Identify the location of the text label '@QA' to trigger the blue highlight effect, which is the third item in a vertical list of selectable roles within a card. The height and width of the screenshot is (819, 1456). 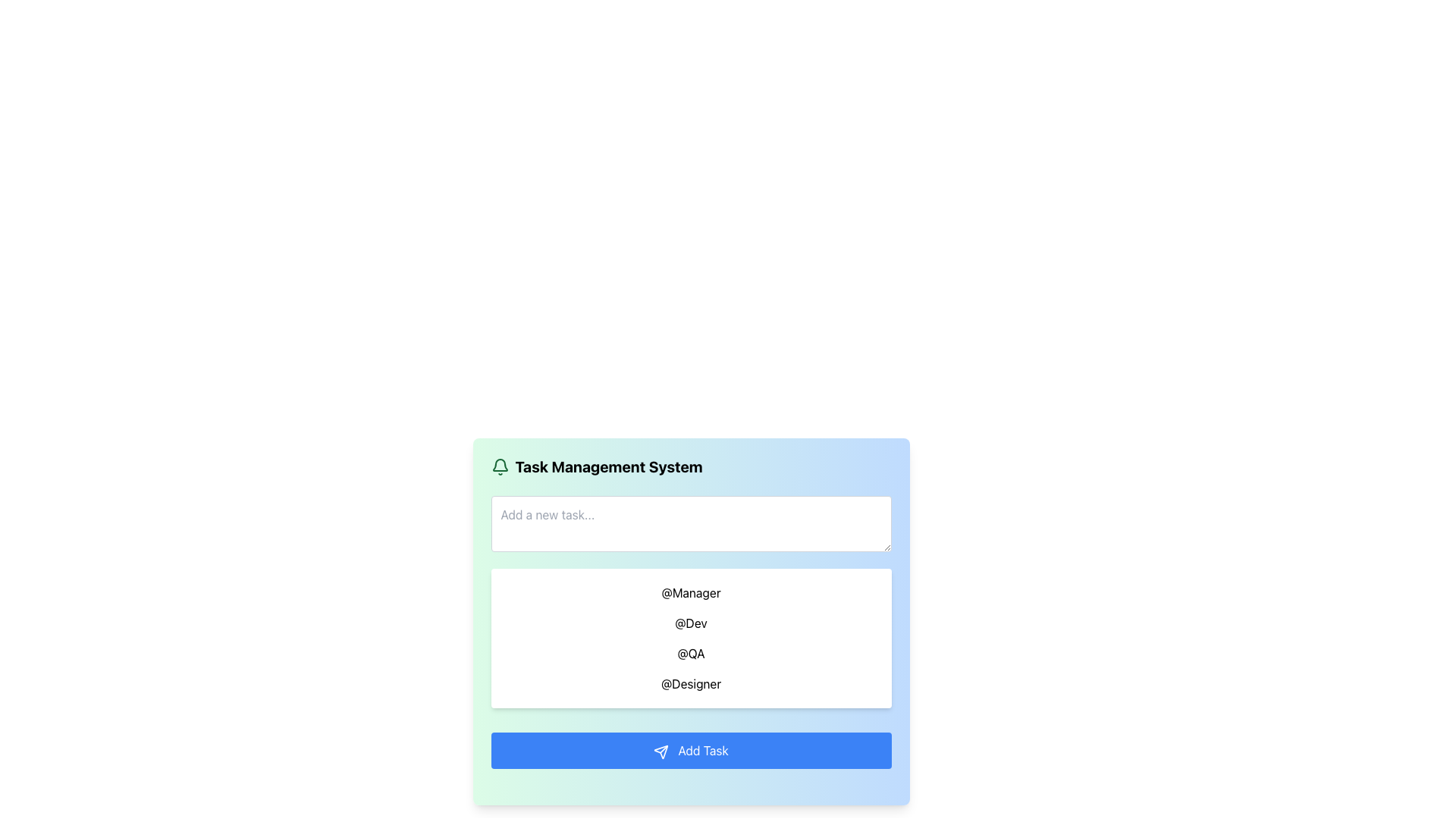
(690, 652).